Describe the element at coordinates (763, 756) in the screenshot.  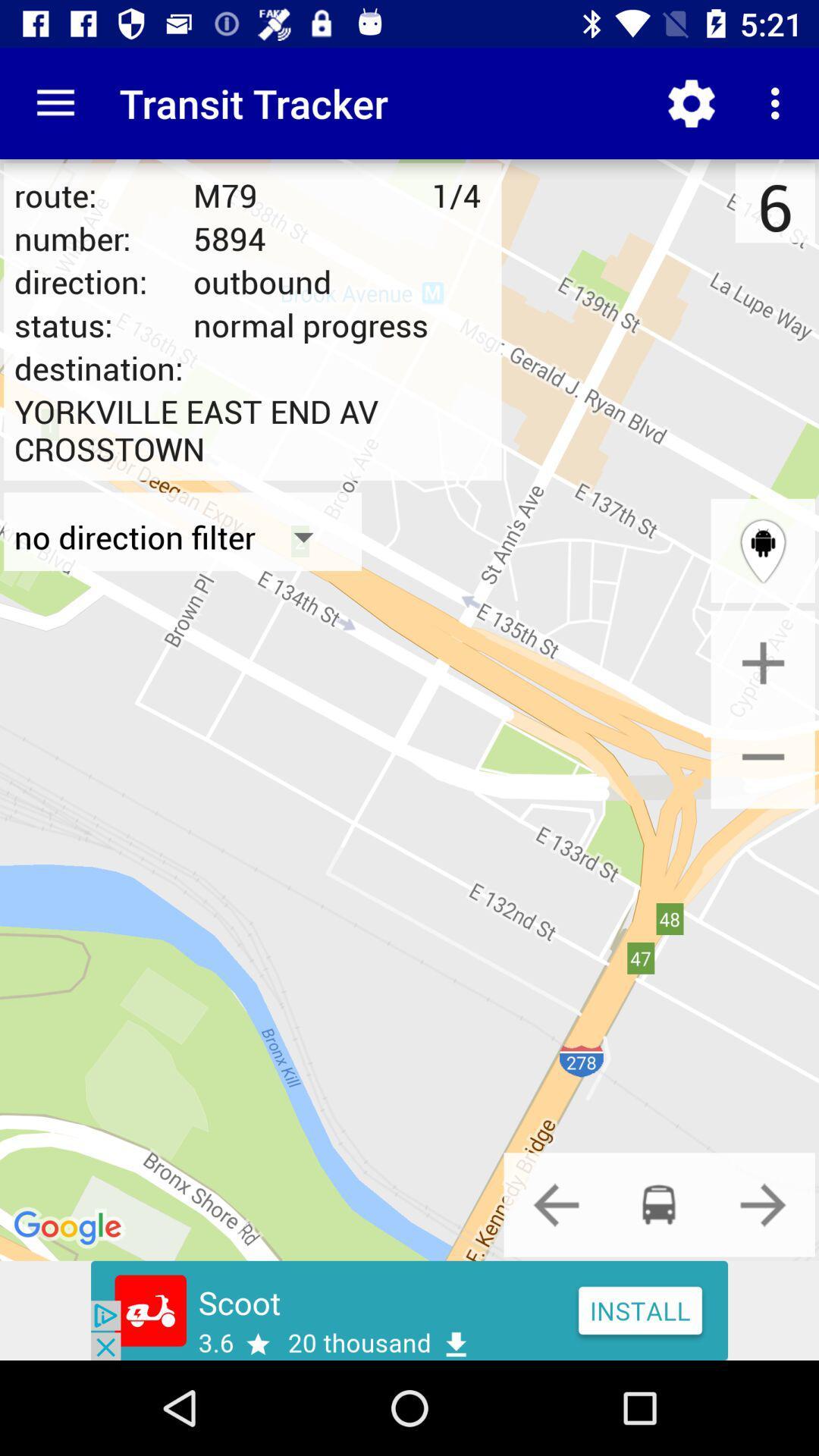
I see `the minus icon` at that location.